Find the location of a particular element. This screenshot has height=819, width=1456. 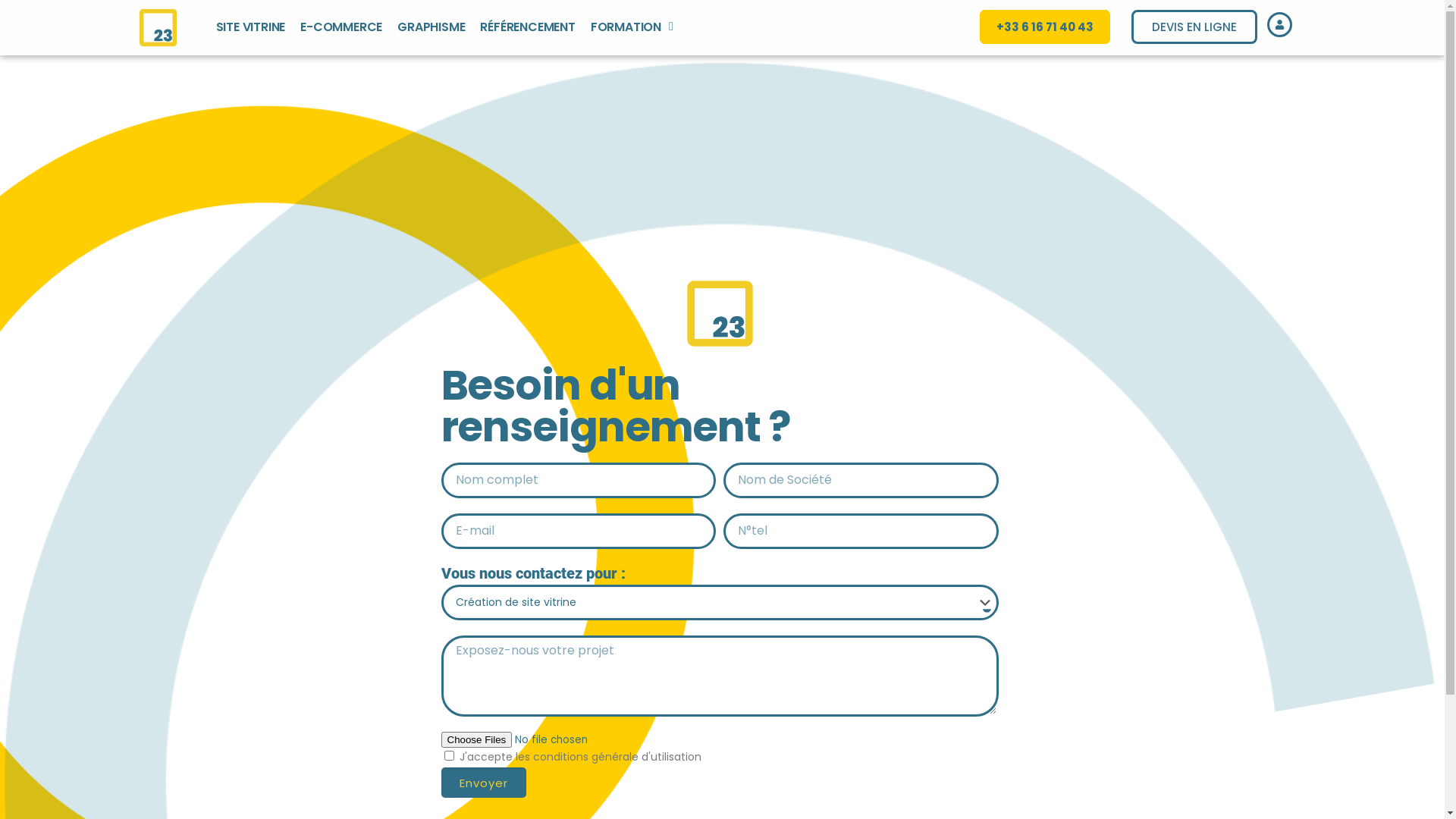

'DEVIS EN LIGNE' is located at coordinates (1193, 27).